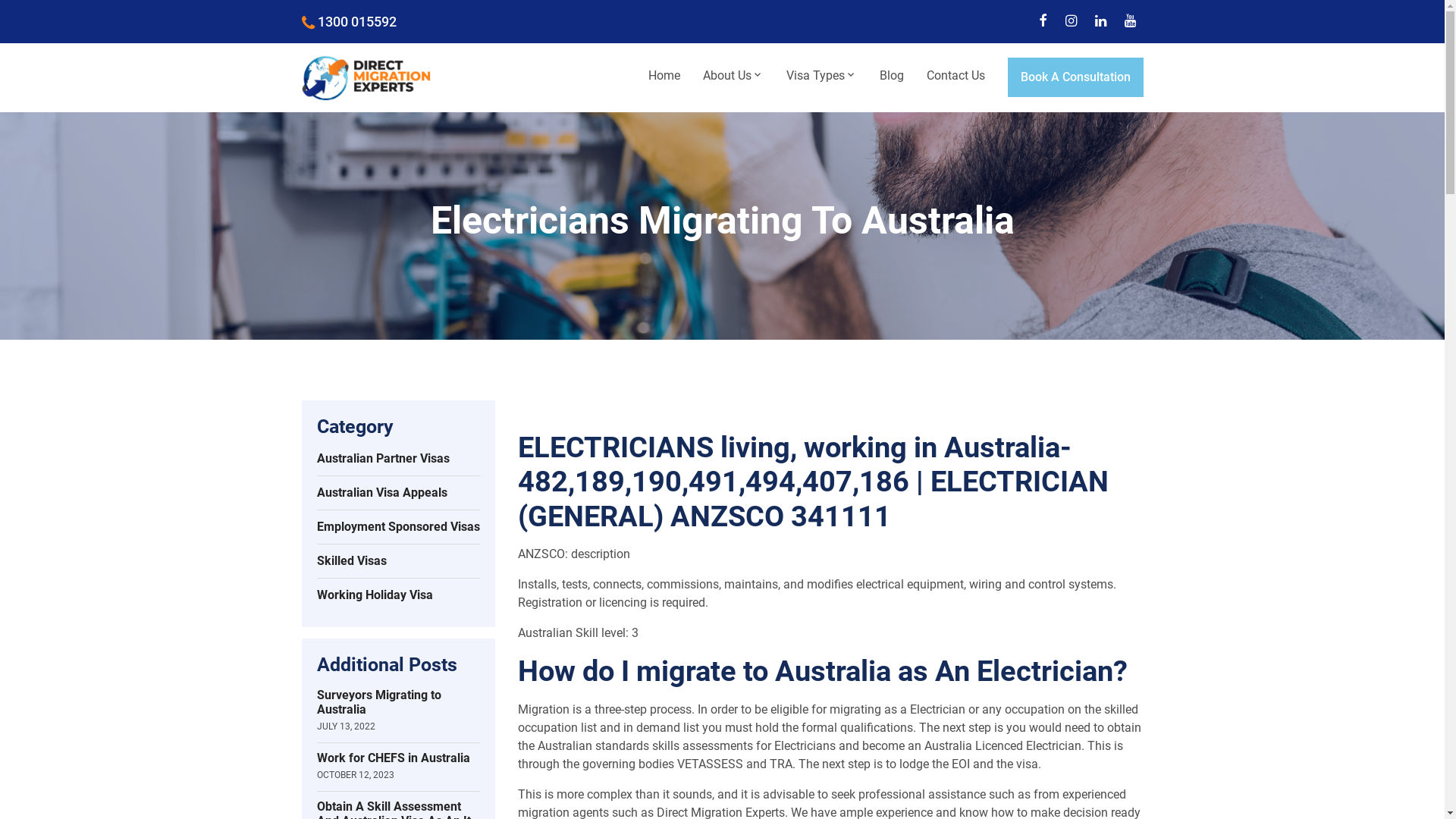  What do you see at coordinates (315, 561) in the screenshot?
I see `'Skilled Visas'` at bounding box center [315, 561].